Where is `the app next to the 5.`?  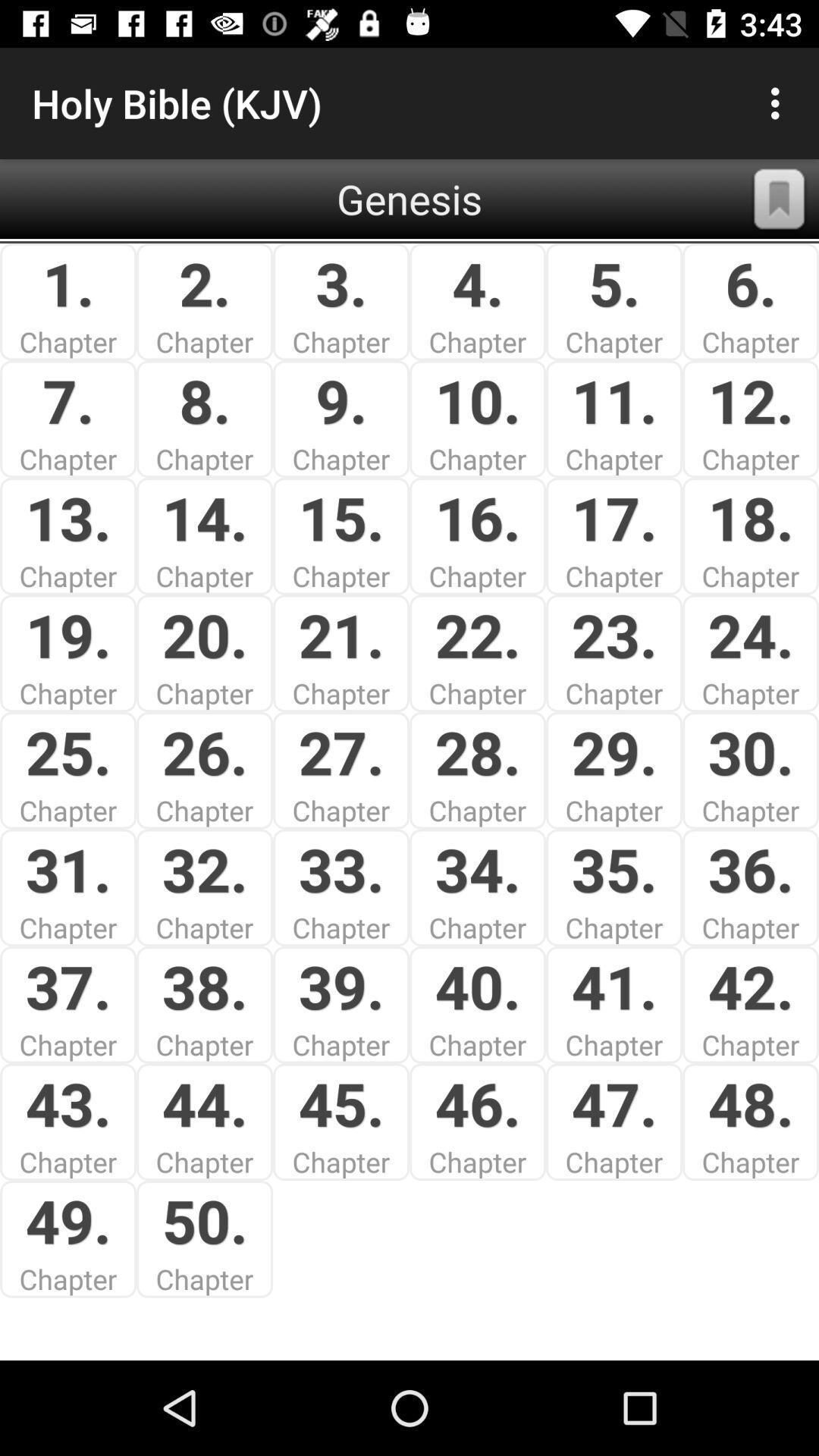 the app next to the 5. is located at coordinates (779, 198).